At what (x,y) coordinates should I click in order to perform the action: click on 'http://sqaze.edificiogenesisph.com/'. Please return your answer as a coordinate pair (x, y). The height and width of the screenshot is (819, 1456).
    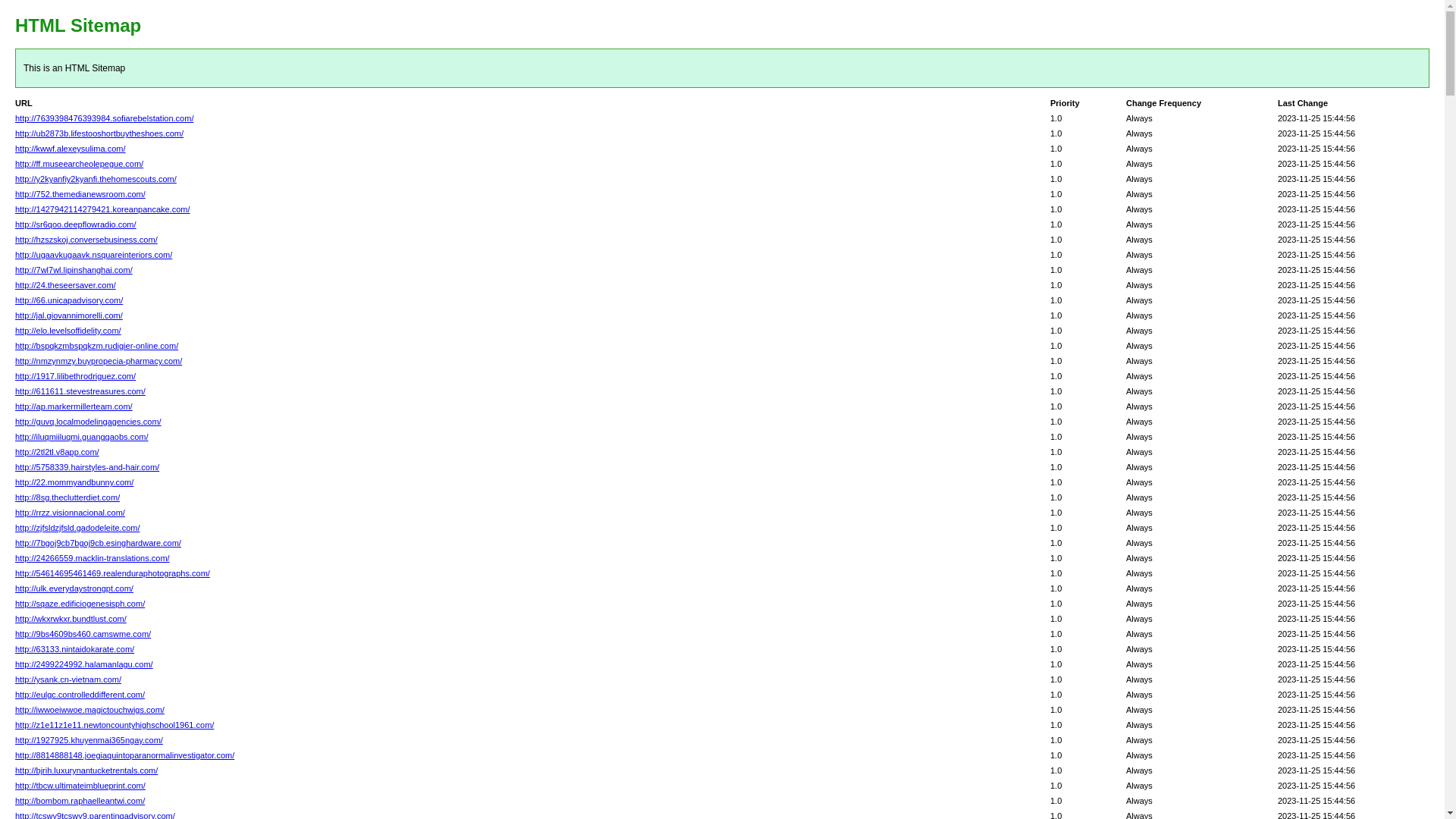
    Looking at the image, I should click on (79, 602).